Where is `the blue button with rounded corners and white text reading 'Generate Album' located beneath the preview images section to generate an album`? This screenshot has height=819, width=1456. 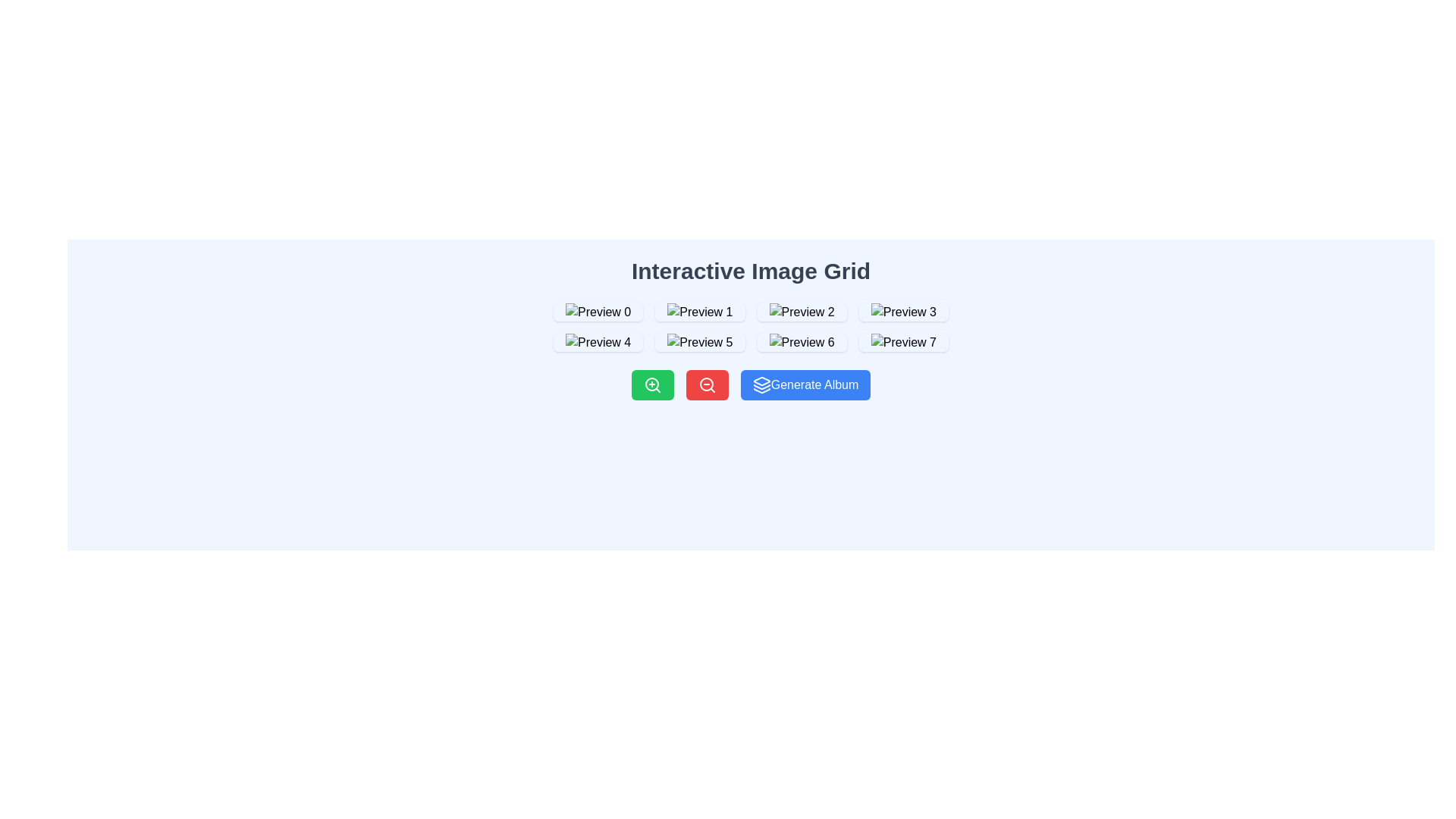 the blue button with rounded corners and white text reading 'Generate Album' located beneath the preview images section to generate an album is located at coordinates (805, 384).